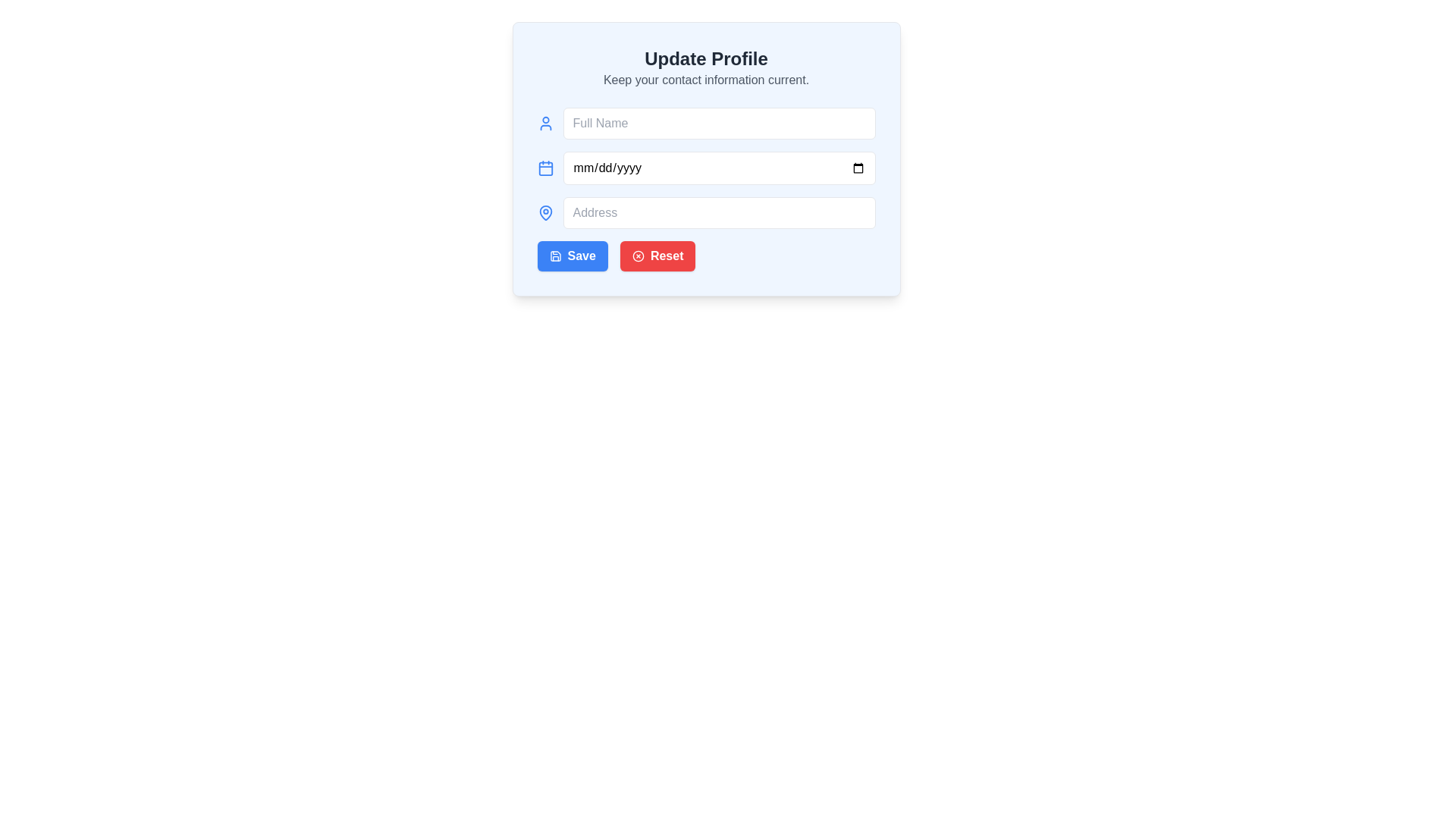 The width and height of the screenshot is (1456, 819). Describe the element at coordinates (545, 122) in the screenshot. I see `the user profile icon located to the left of the 'Full Name' input field` at that location.